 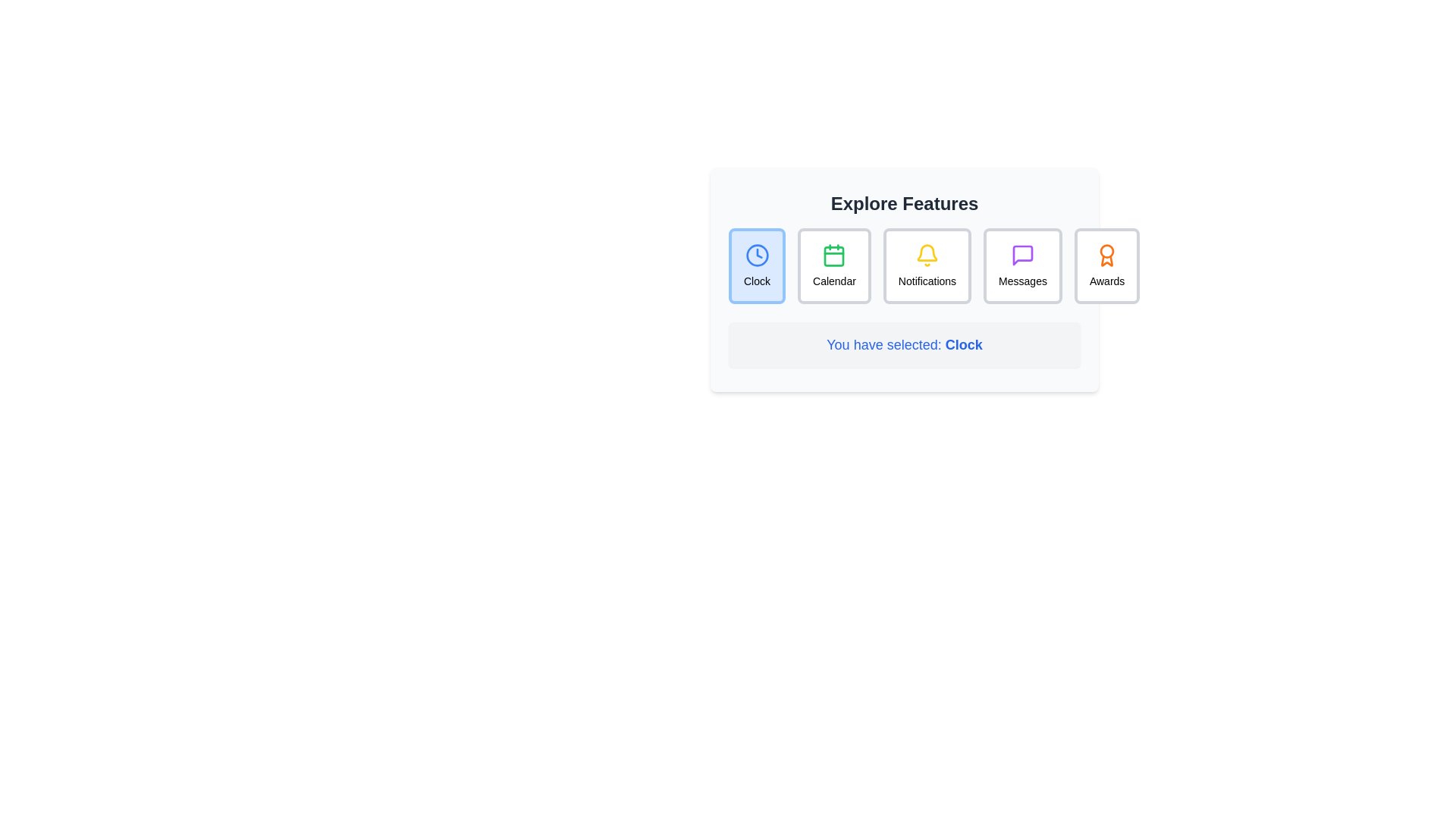 I want to click on the 'Awards' icon located on the far-right side of the horizontally aligned set of icons under the 'Explore Features' heading, so click(x=1107, y=254).